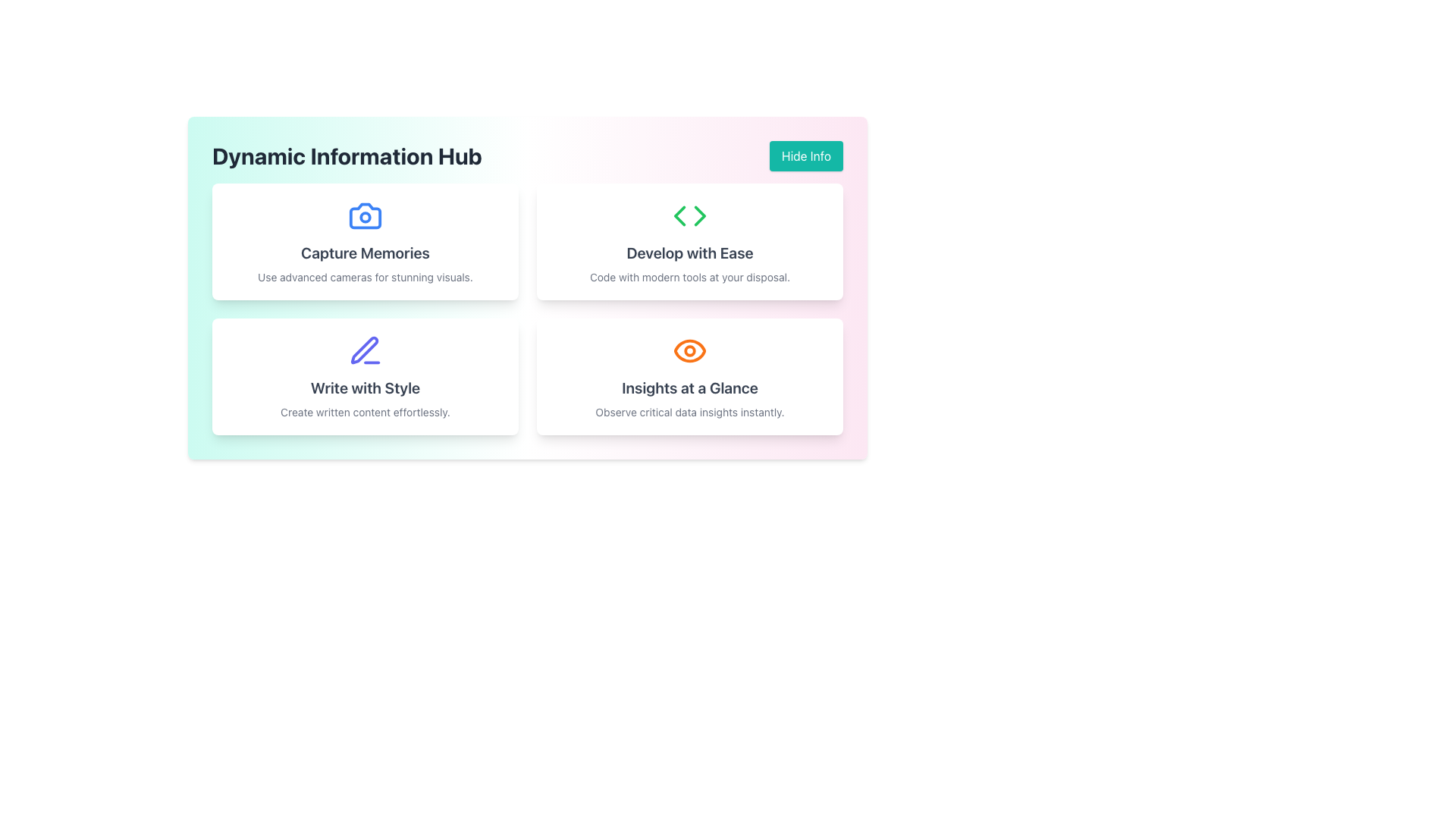  I want to click on the Informational card that highlights features related to development, positioned on the right side of the first row in the grid layout, so click(689, 241).